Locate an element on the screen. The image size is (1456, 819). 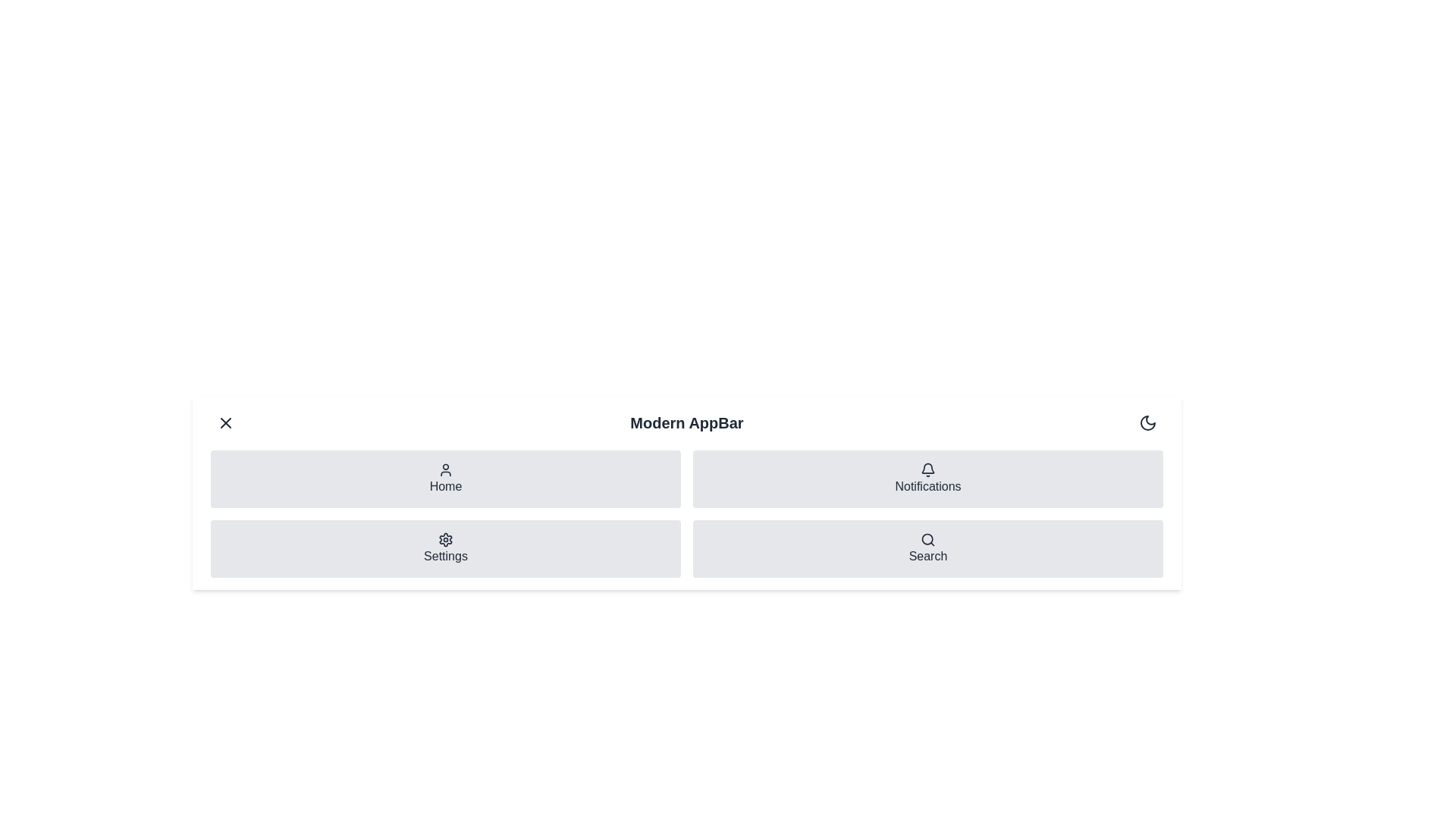
the navigation item Home to navigate to the respective section is located at coordinates (445, 479).